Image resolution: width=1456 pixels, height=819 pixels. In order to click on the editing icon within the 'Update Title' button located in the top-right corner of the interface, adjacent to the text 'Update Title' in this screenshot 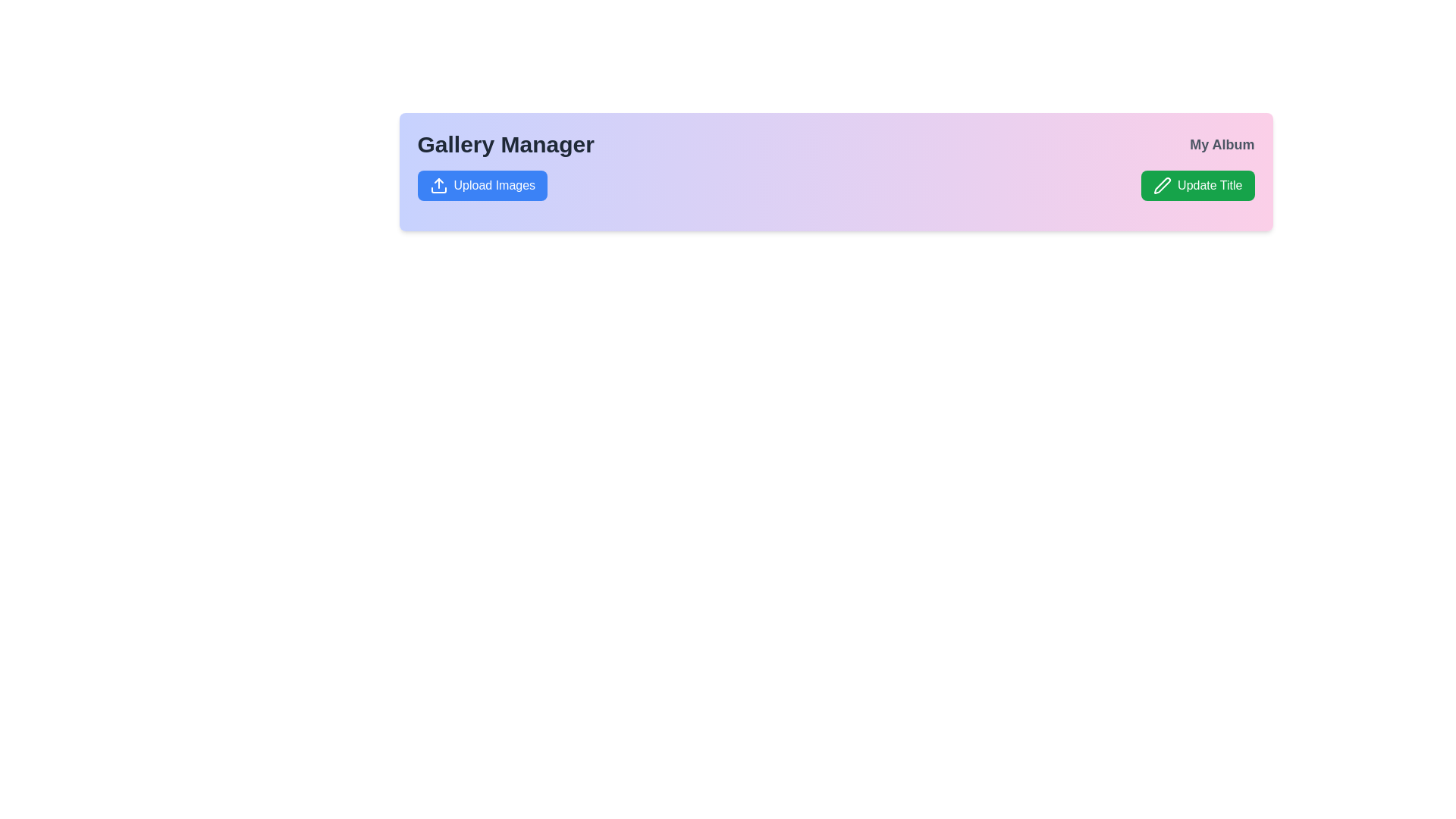, I will do `click(1162, 185)`.